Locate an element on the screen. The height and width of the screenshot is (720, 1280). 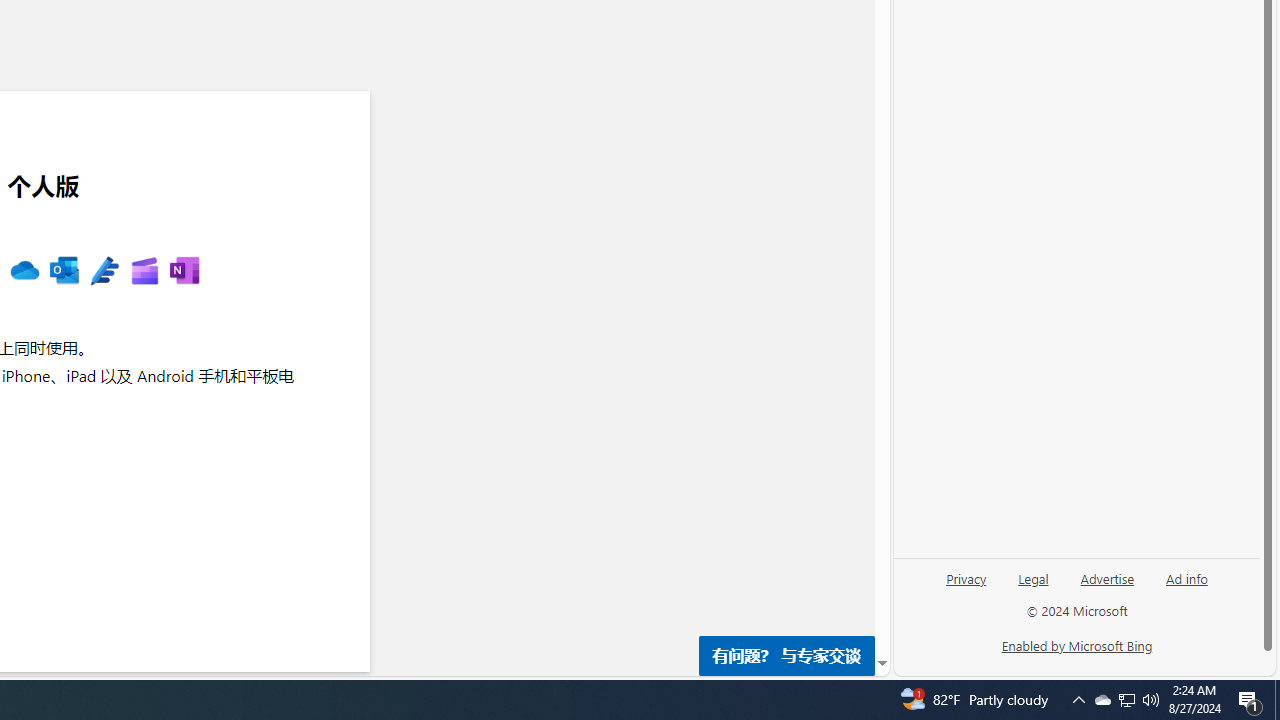
'MS OneNote' is located at coordinates (184, 271).